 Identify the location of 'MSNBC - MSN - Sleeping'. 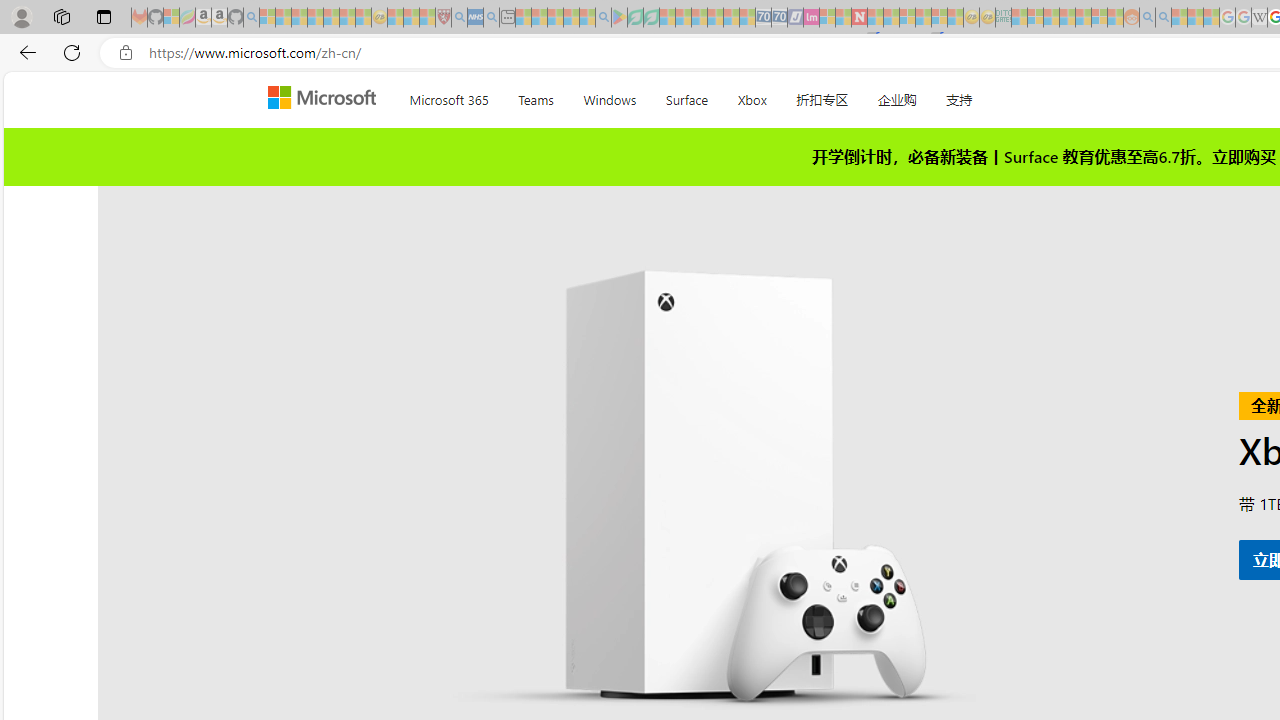
(1019, 17).